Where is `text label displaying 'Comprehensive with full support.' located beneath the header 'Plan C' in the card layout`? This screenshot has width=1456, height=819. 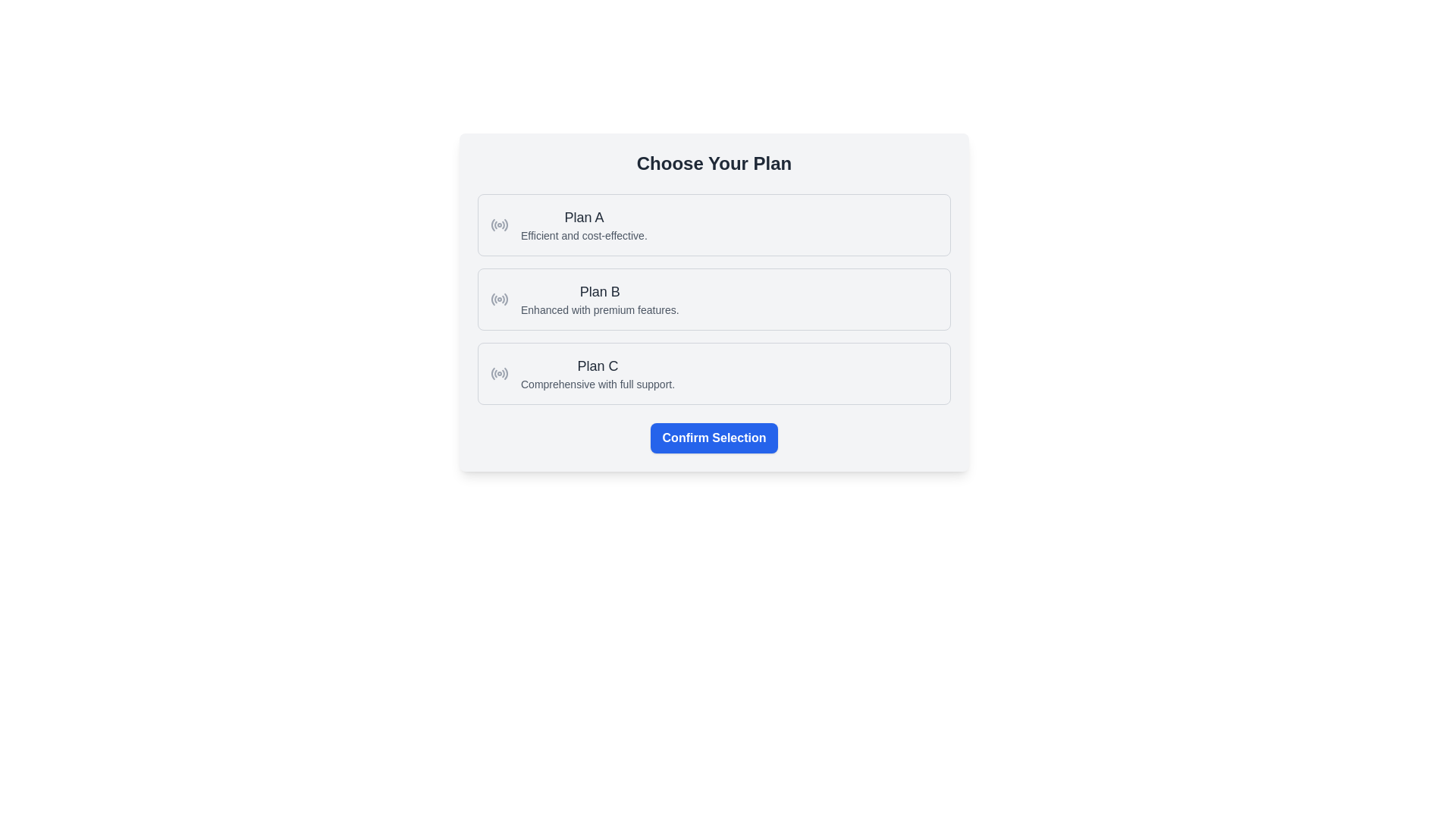
text label displaying 'Comprehensive with full support.' located beneath the header 'Plan C' in the card layout is located at coordinates (597, 383).